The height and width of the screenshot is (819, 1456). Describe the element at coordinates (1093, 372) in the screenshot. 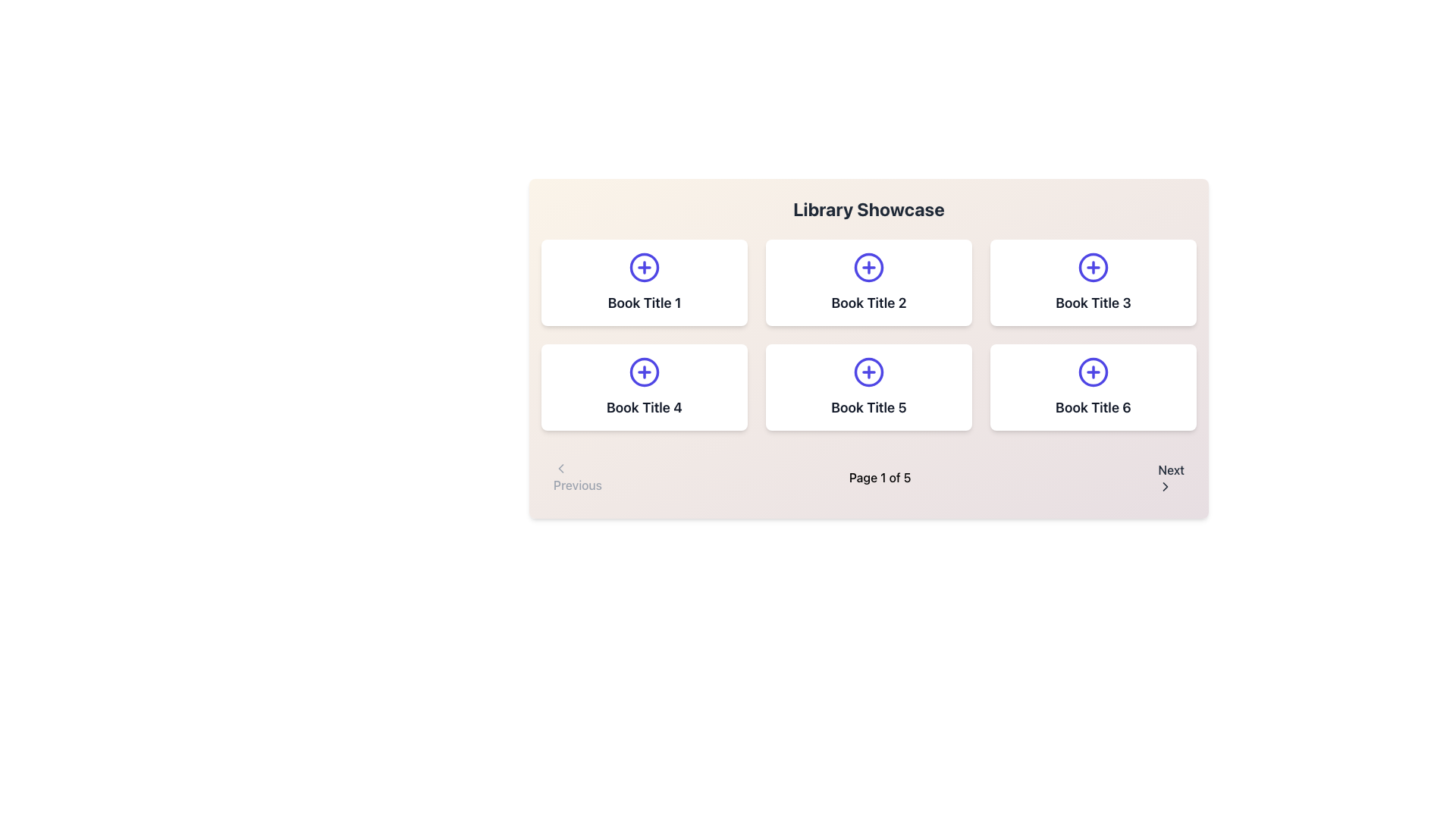

I see `the Icon Button located at the bottom-right corner of the last card labeled 'Book Title 6'` at that location.